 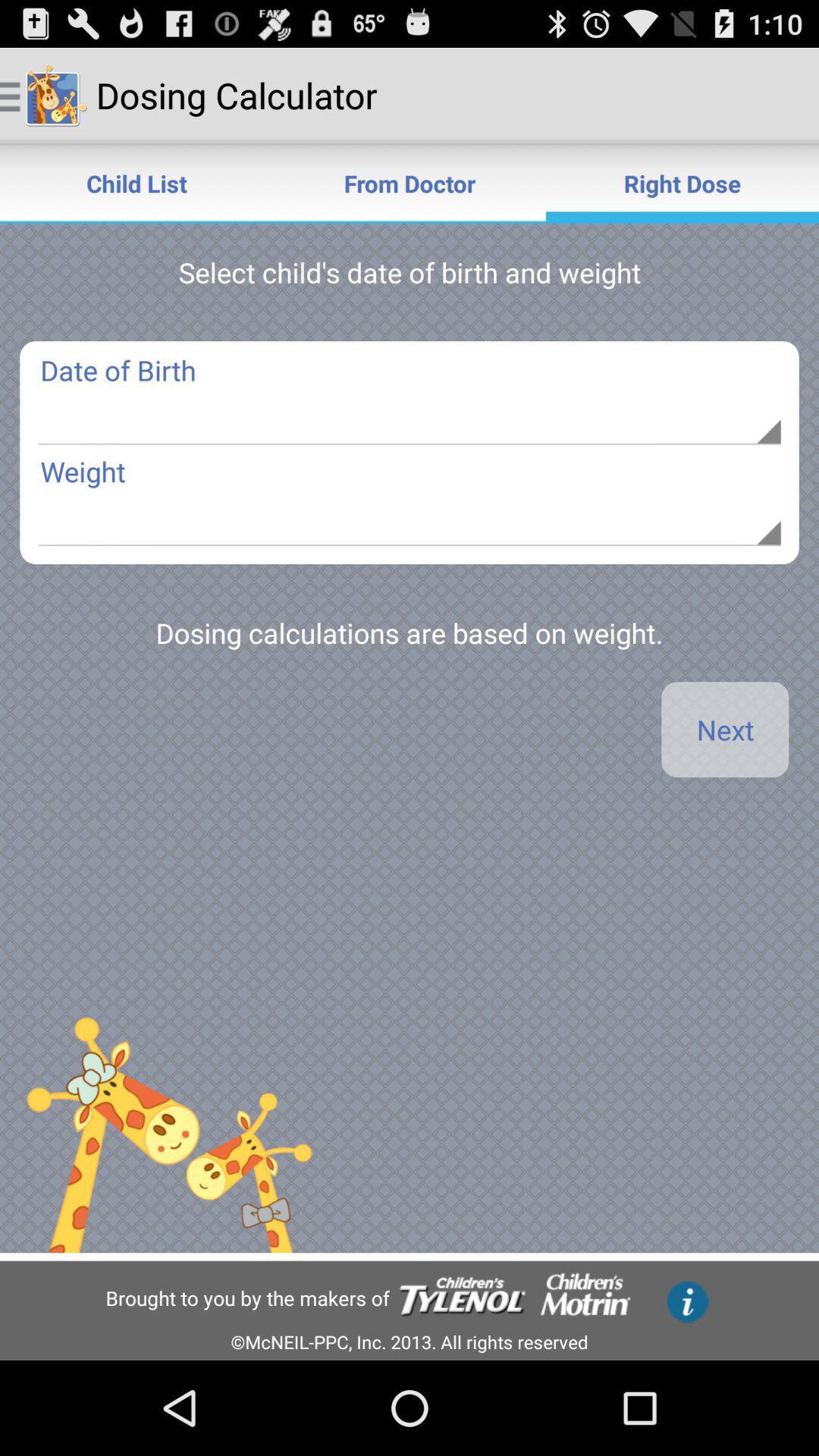 What do you see at coordinates (409, 182) in the screenshot?
I see `item below the dosing calculator` at bounding box center [409, 182].